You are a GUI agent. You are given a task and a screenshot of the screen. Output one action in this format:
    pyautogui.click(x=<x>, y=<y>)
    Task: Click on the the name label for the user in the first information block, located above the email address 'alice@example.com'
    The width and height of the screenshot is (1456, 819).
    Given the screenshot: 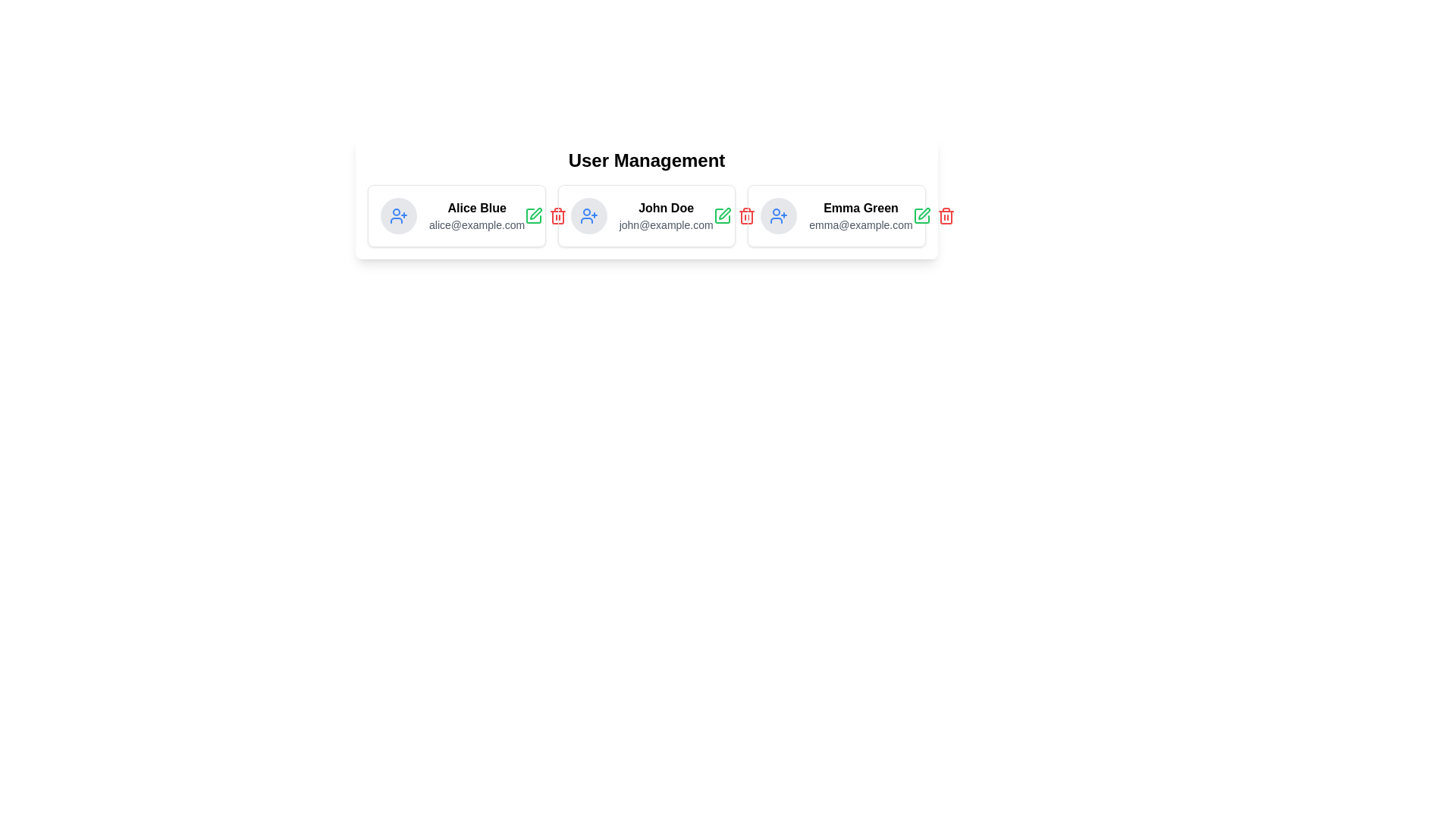 What is the action you would take?
    pyautogui.click(x=476, y=208)
    